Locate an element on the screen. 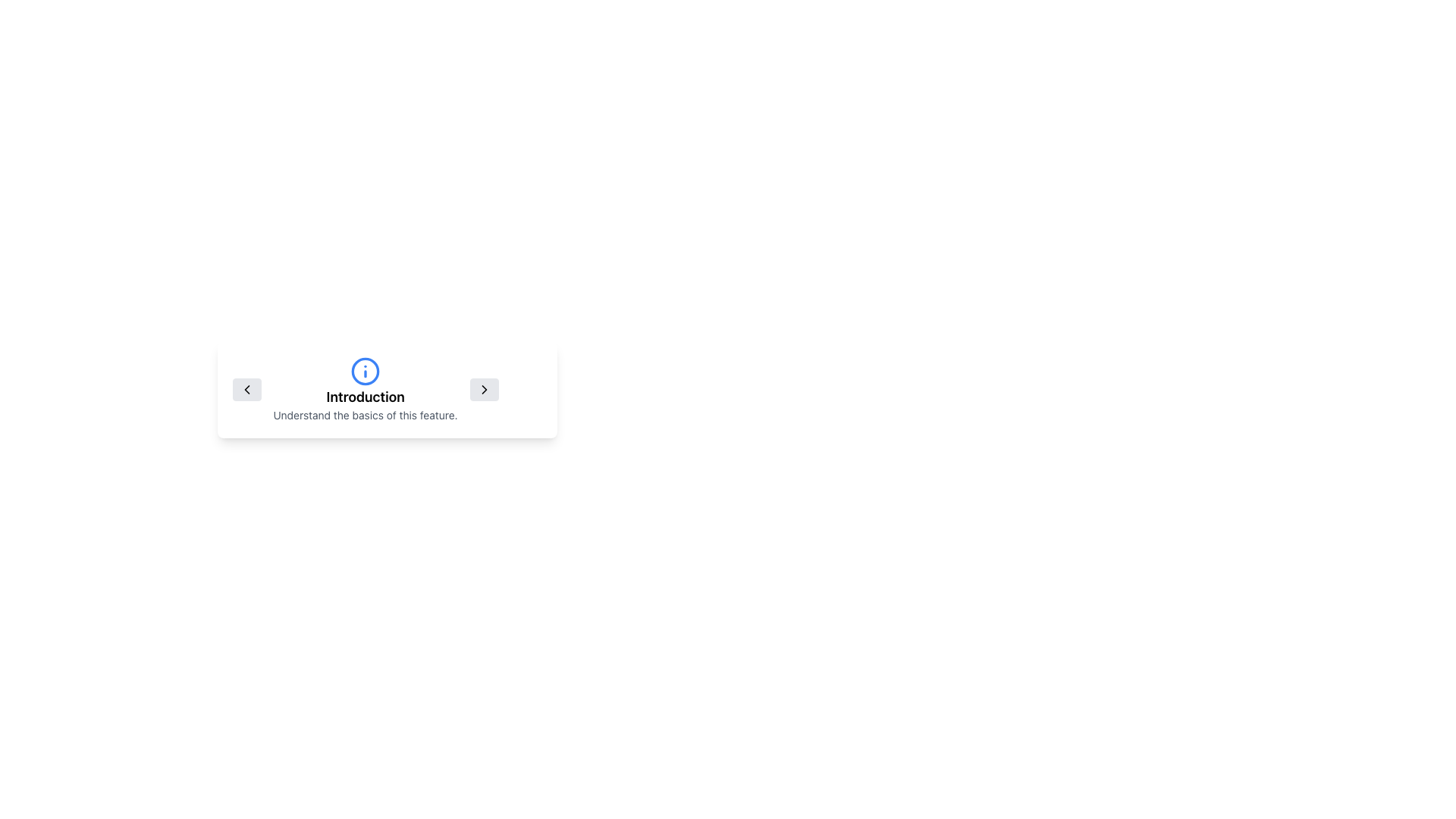 This screenshot has width=1456, height=819. the informational card located in the center of the white card, which provides an introduction and brief description of a feature is located at coordinates (387, 388).